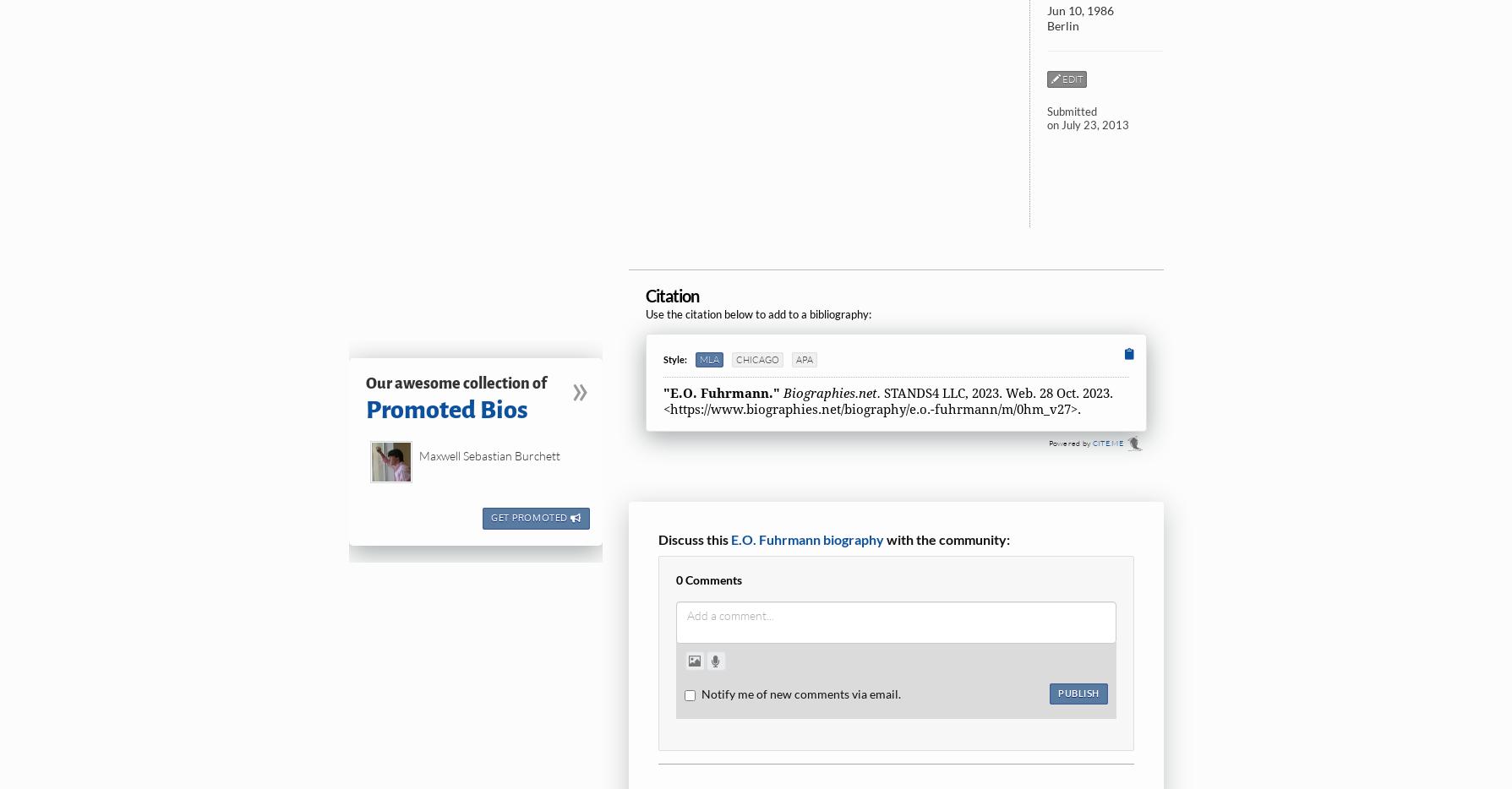 Image resolution: width=1512 pixels, height=789 pixels. Describe the element at coordinates (1047, 442) in the screenshot. I see `'Powered by'` at that location.